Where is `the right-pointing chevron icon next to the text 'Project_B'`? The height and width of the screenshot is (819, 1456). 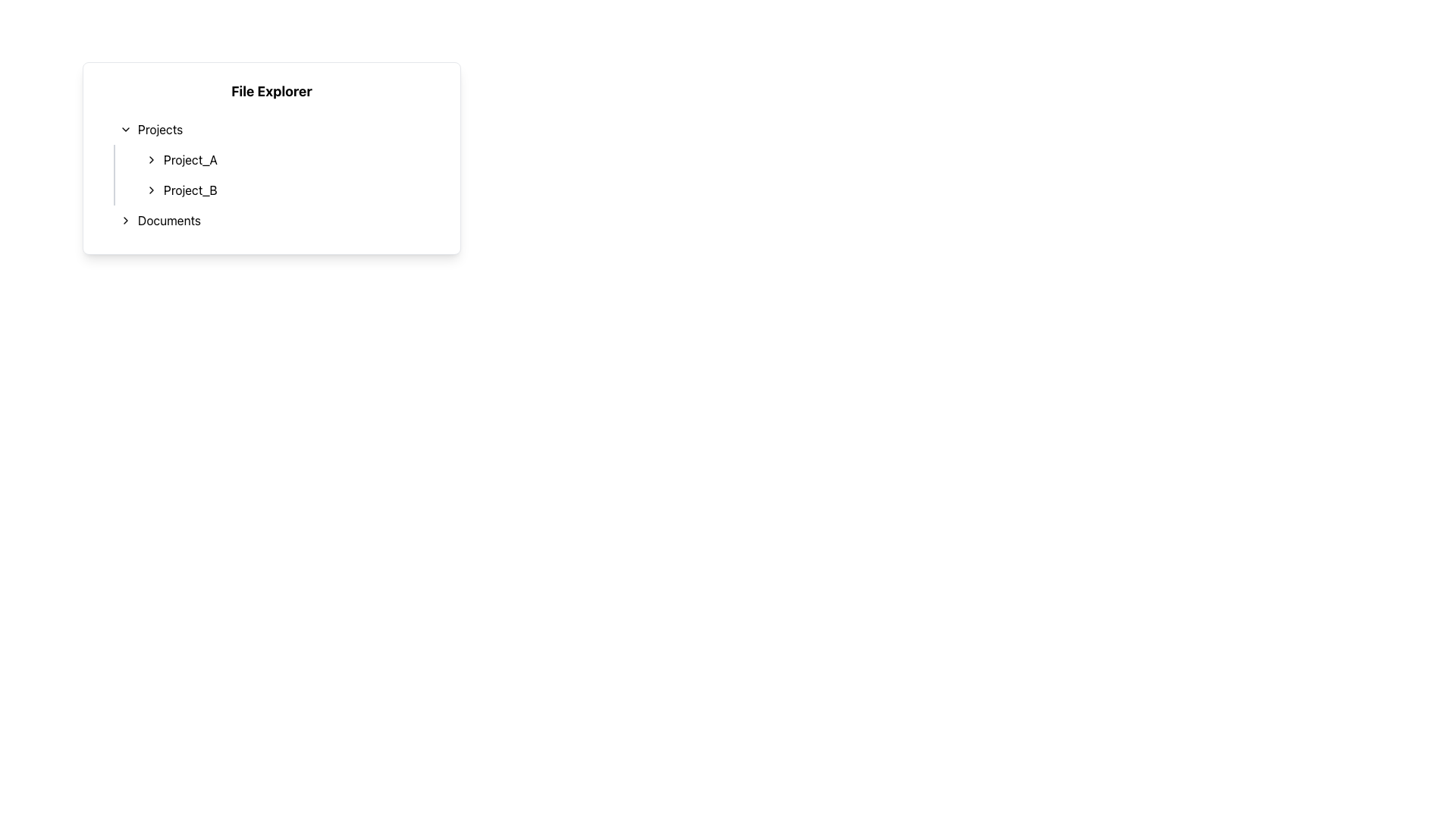
the right-pointing chevron icon next to the text 'Project_B' is located at coordinates (152, 189).